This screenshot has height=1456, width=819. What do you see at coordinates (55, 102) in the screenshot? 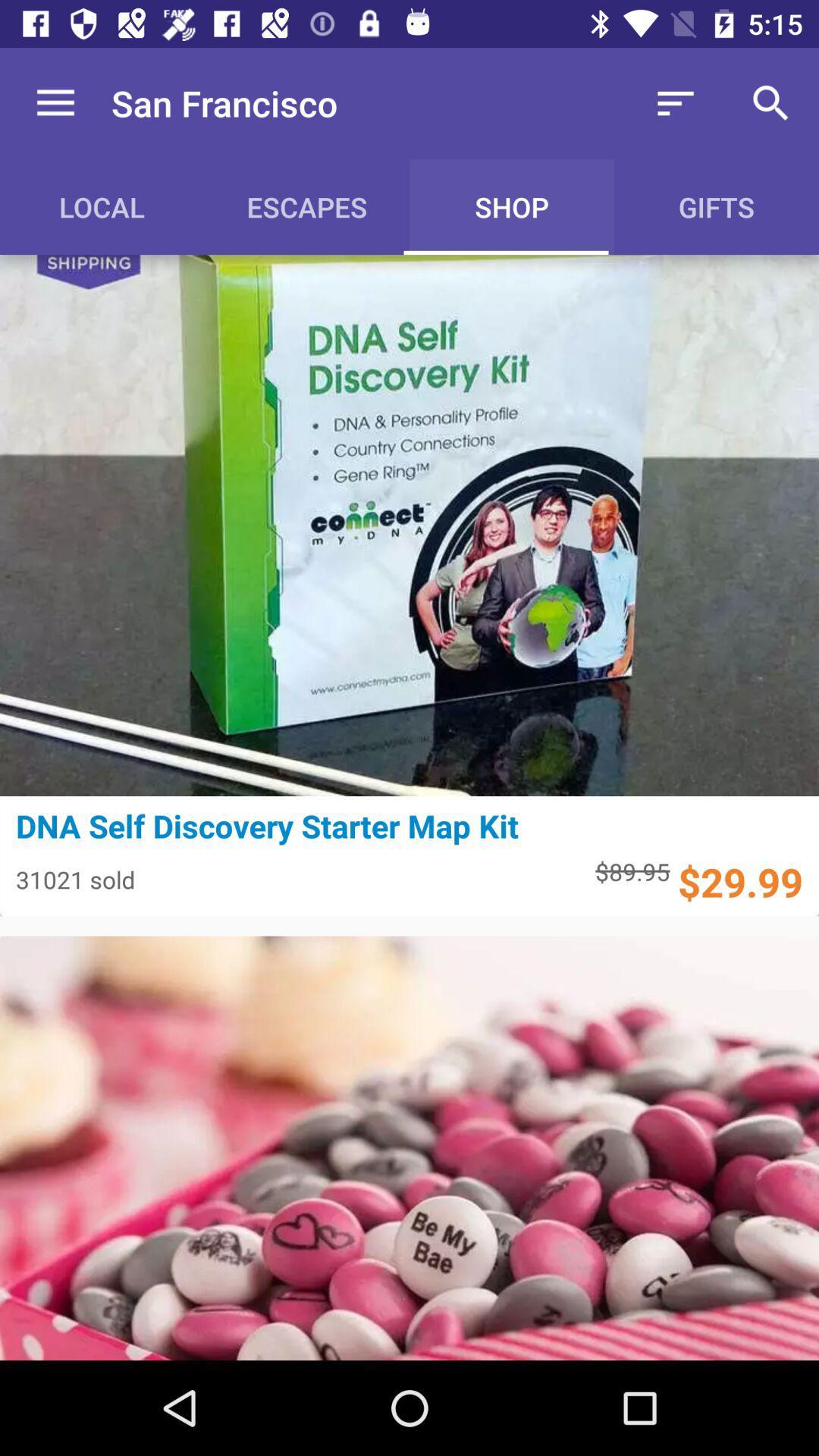
I see `item above the local icon` at bounding box center [55, 102].